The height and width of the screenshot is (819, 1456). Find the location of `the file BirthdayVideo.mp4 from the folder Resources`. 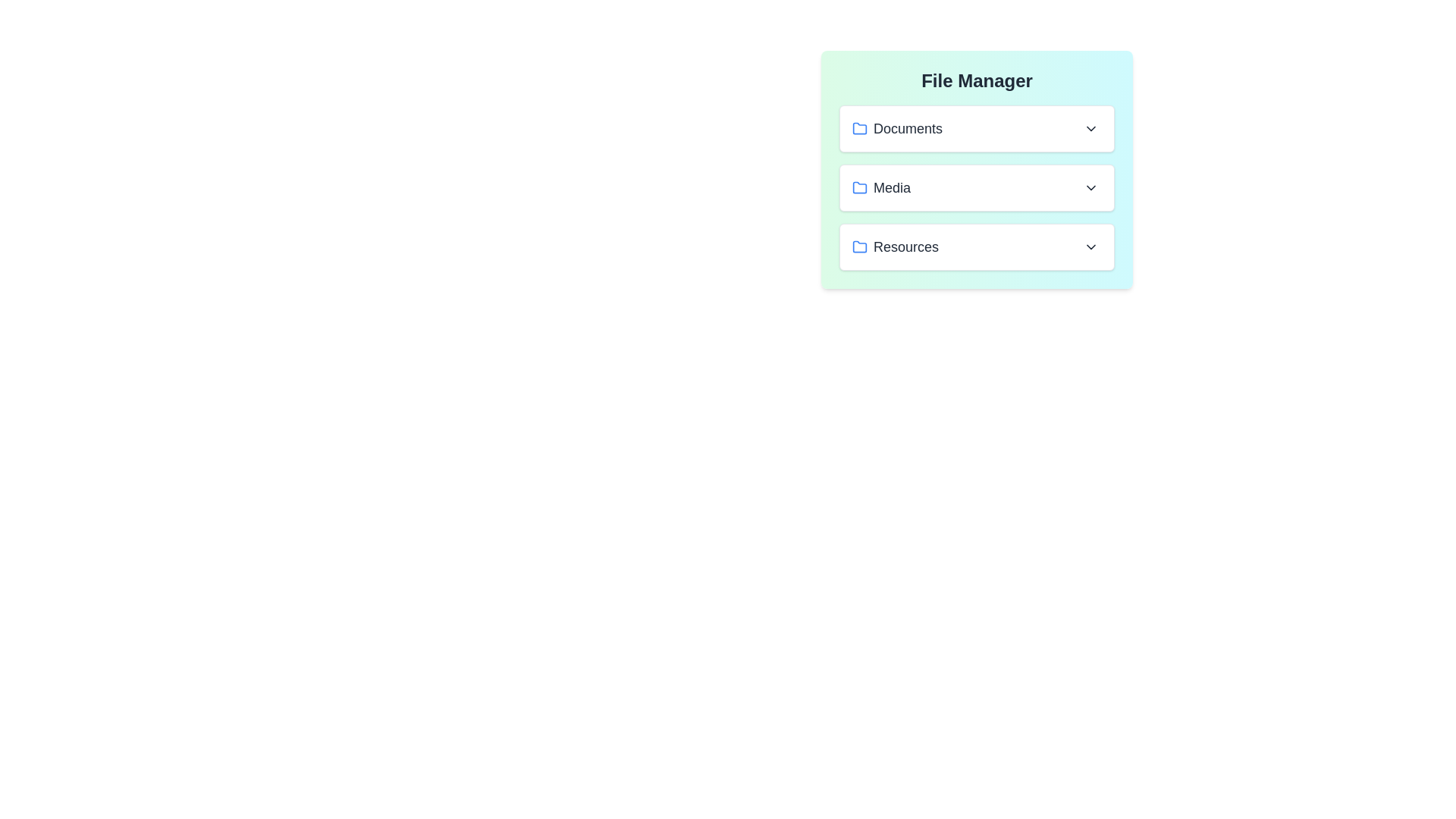

the file BirthdayVideo.mp4 from the folder Resources is located at coordinates (977, 246).